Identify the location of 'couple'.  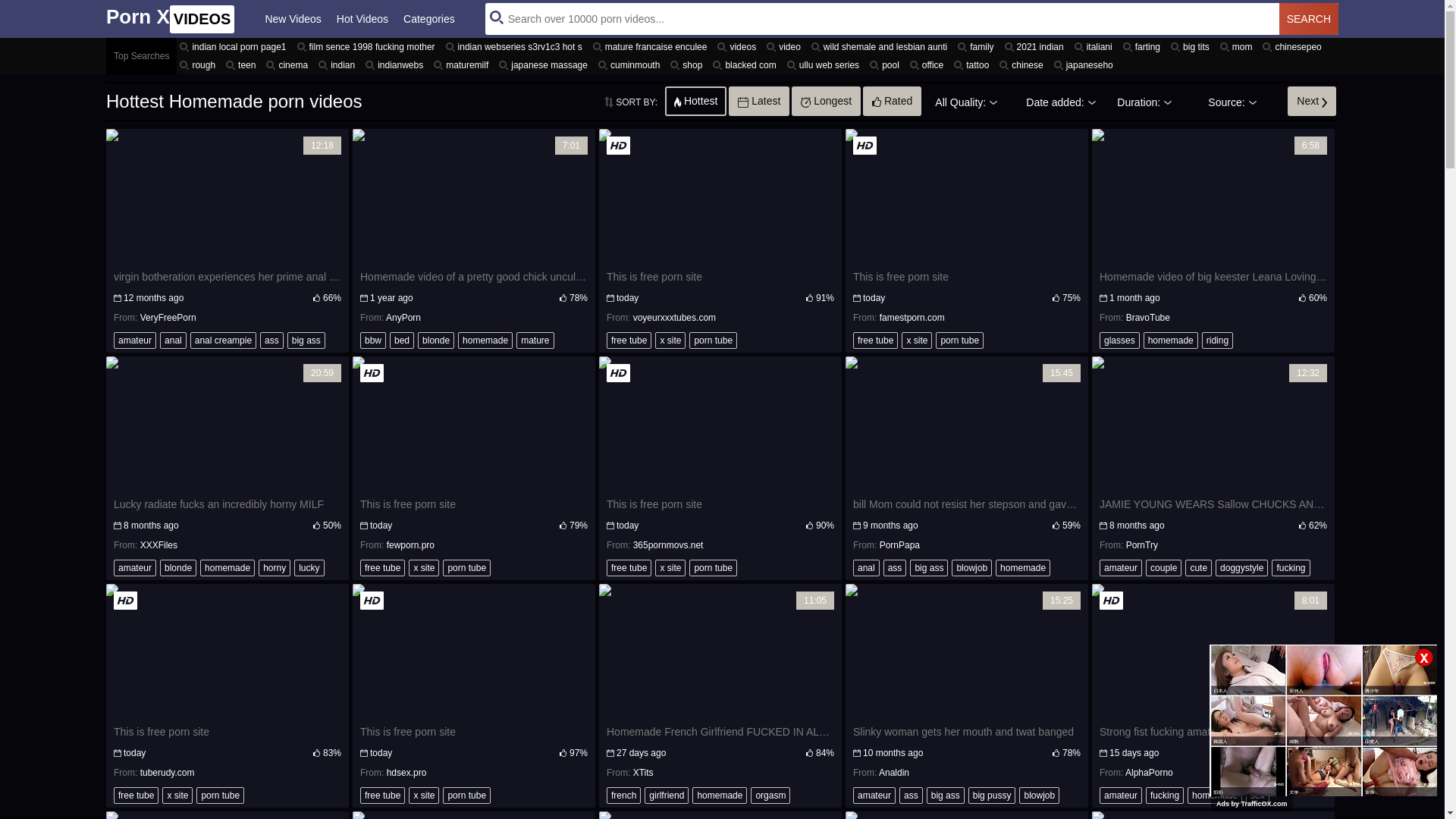
(1163, 567).